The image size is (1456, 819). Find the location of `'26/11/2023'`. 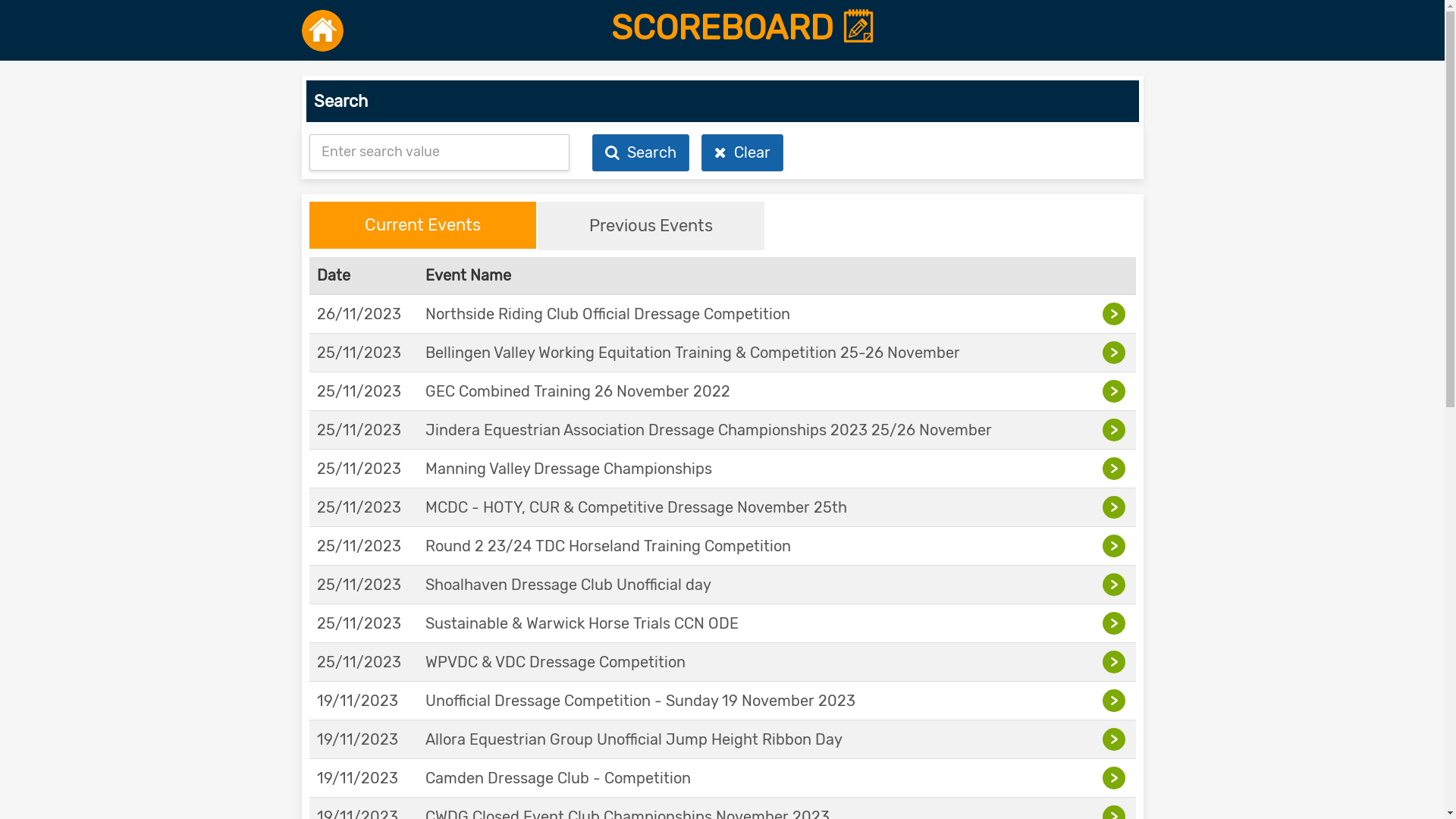

'26/11/2023' is located at coordinates (315, 312).